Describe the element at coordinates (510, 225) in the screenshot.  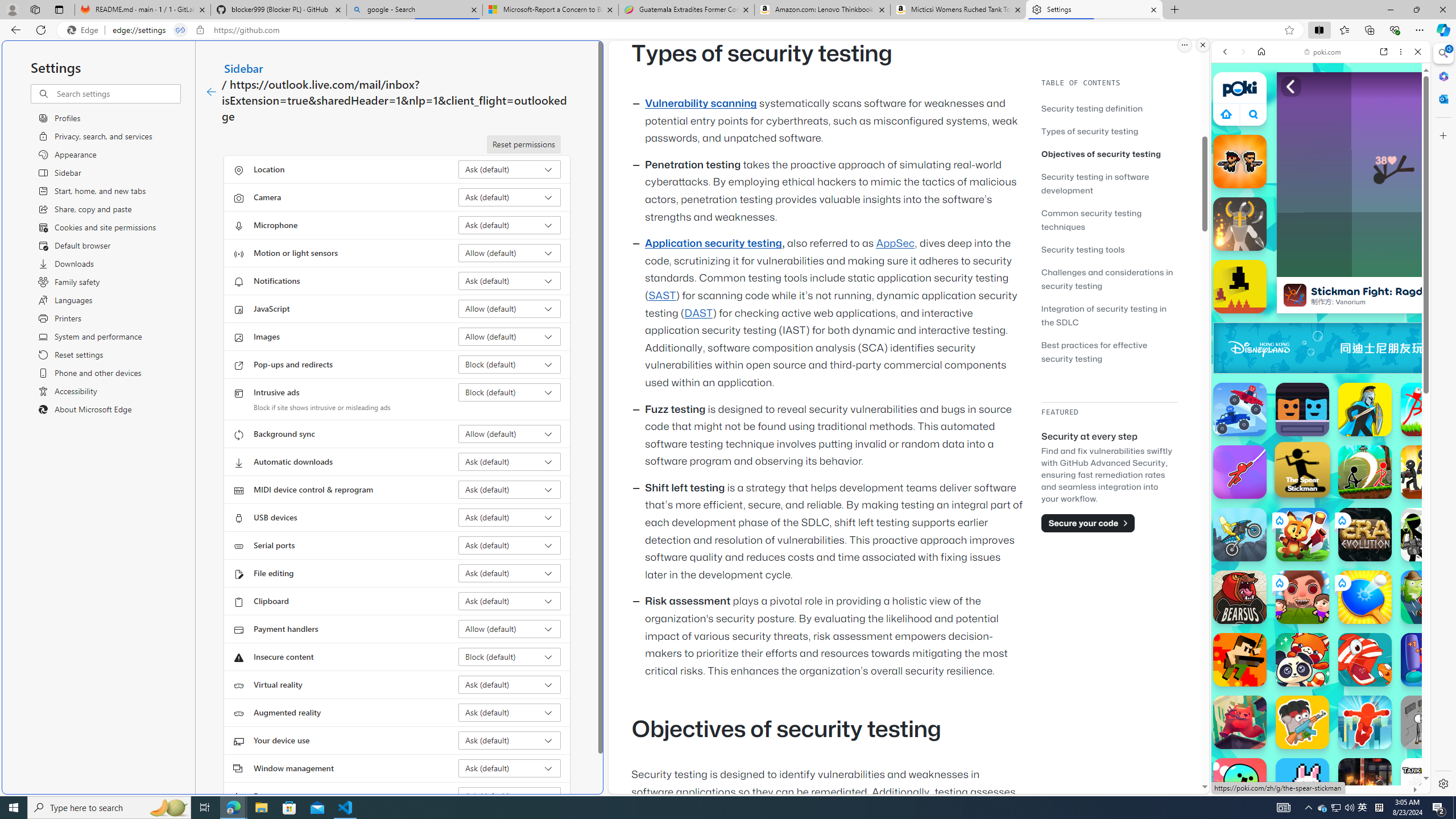
I see `'Microphone Ask (default)'` at that location.